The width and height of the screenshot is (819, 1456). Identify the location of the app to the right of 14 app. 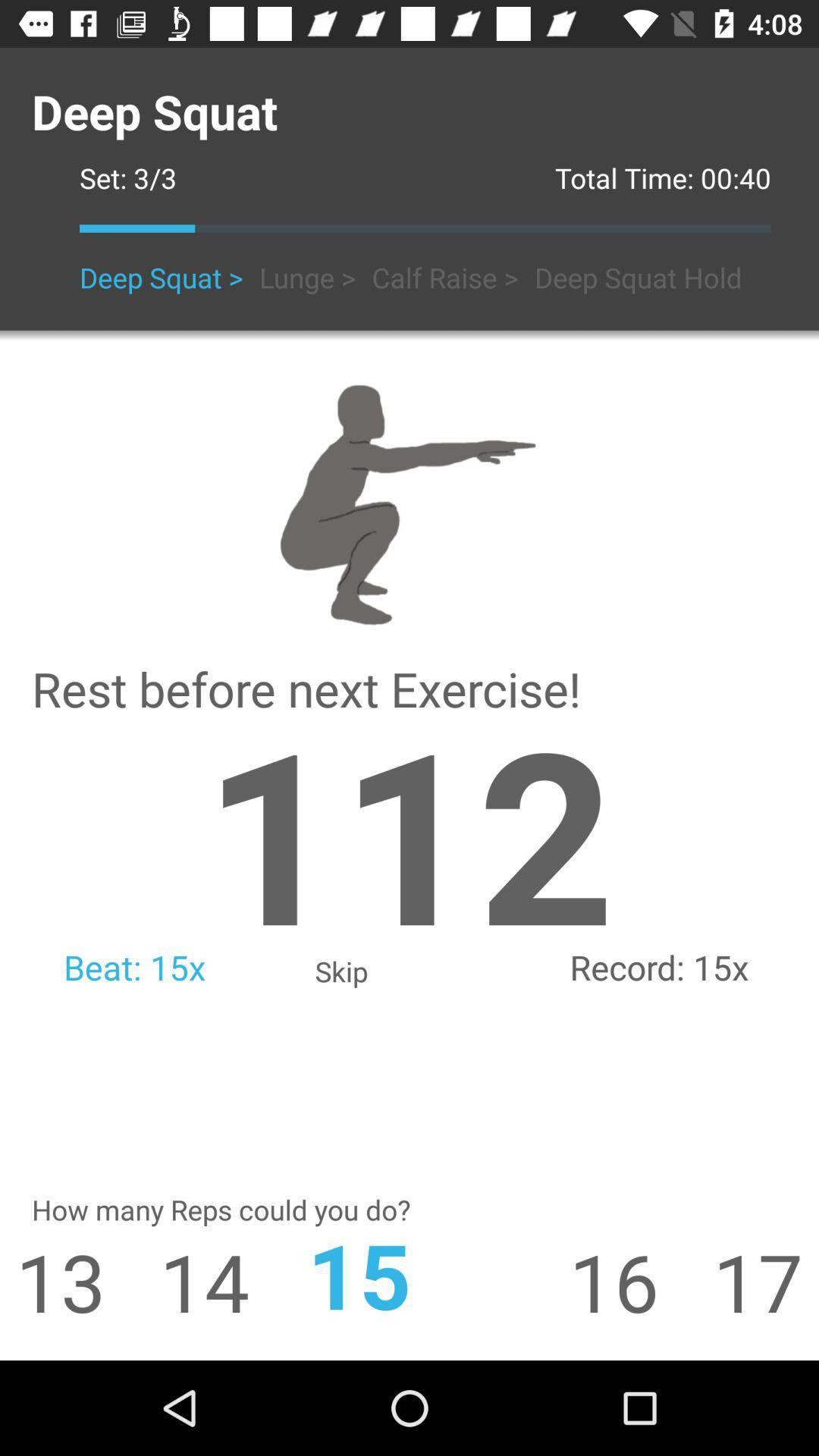
(409, 1274).